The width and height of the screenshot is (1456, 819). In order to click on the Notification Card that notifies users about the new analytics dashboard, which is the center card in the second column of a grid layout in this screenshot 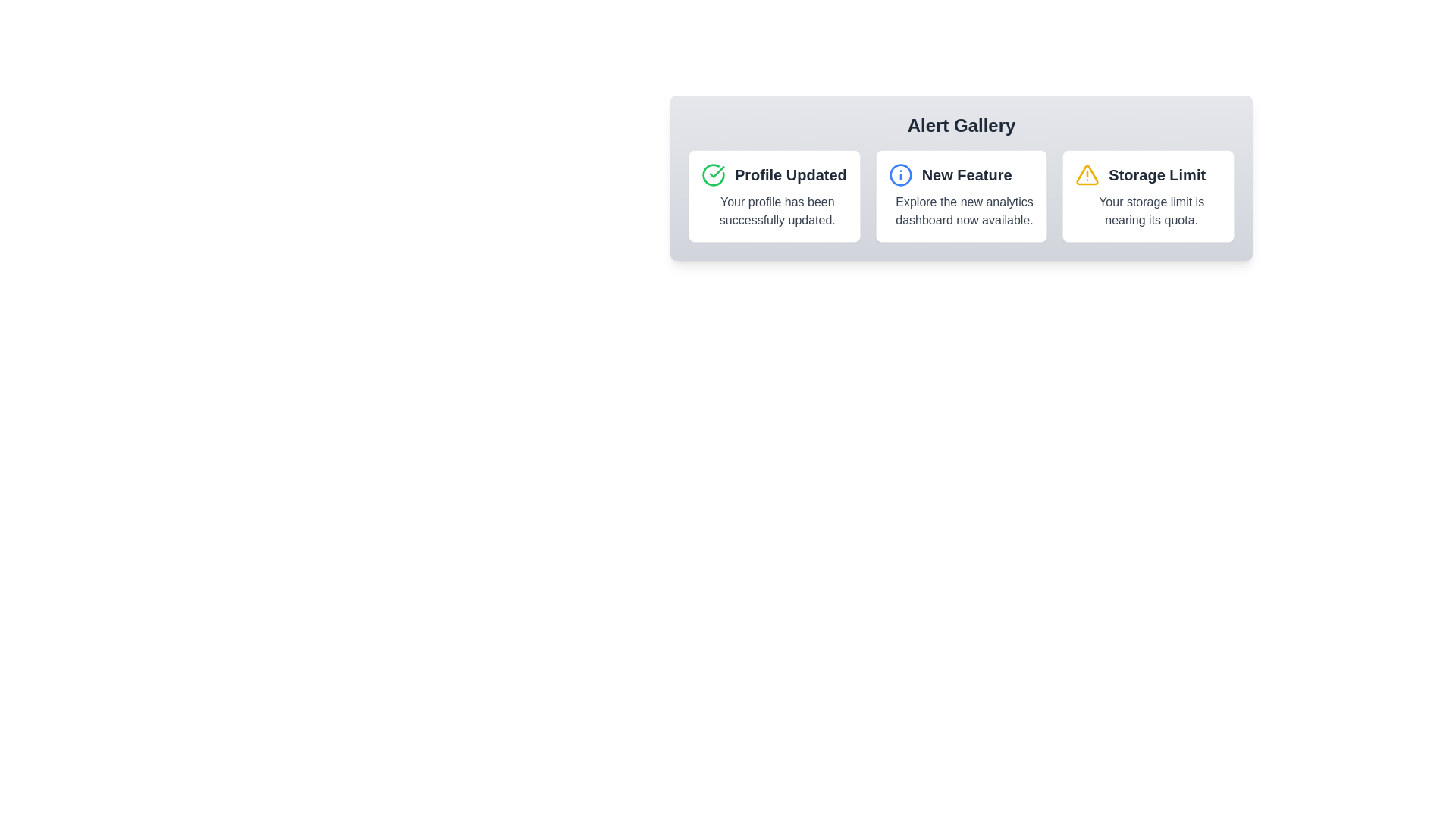, I will do `click(960, 195)`.